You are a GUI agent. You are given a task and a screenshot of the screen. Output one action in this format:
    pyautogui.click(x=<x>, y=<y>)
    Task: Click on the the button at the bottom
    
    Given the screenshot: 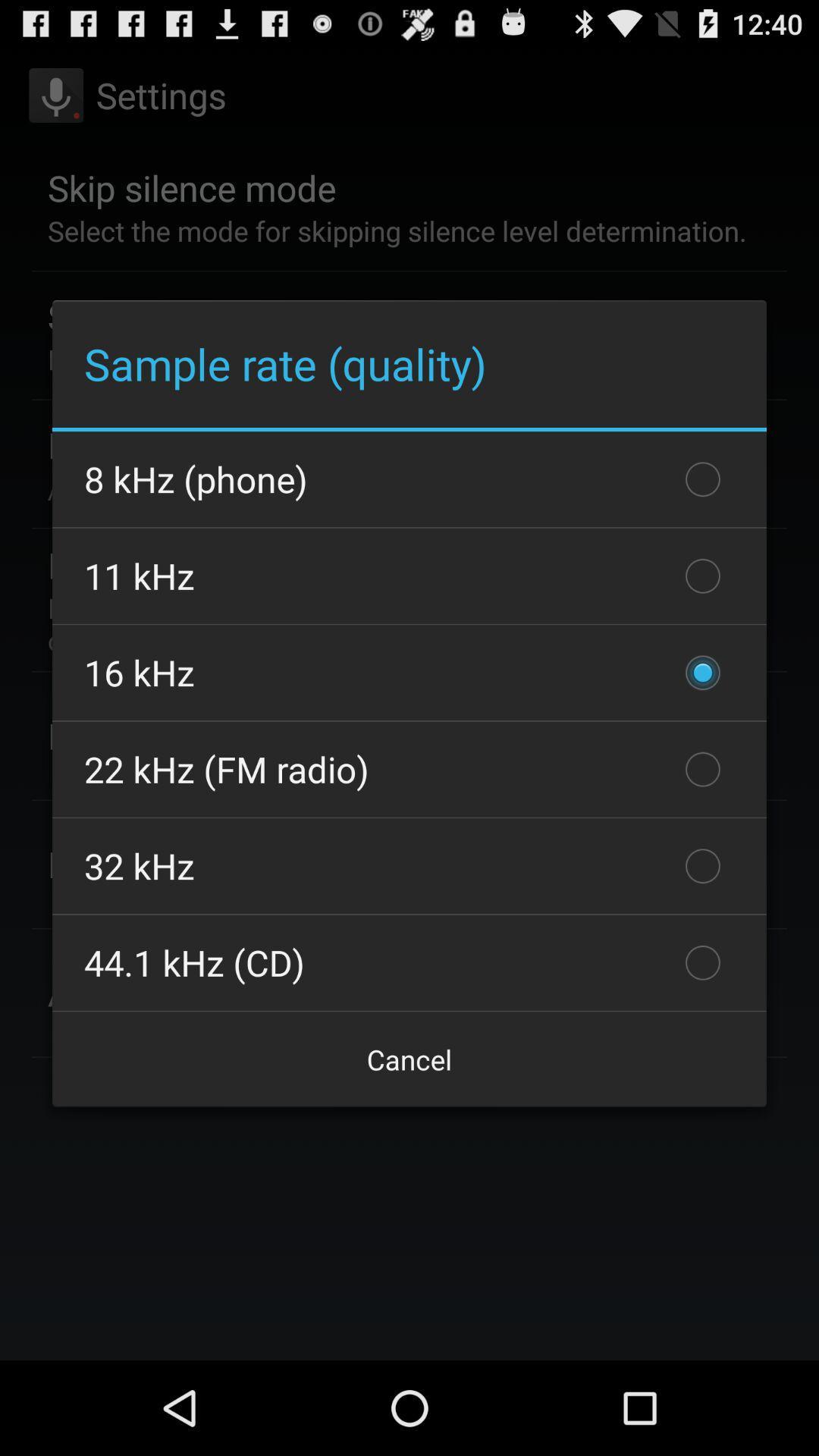 What is the action you would take?
    pyautogui.click(x=409, y=1059)
    